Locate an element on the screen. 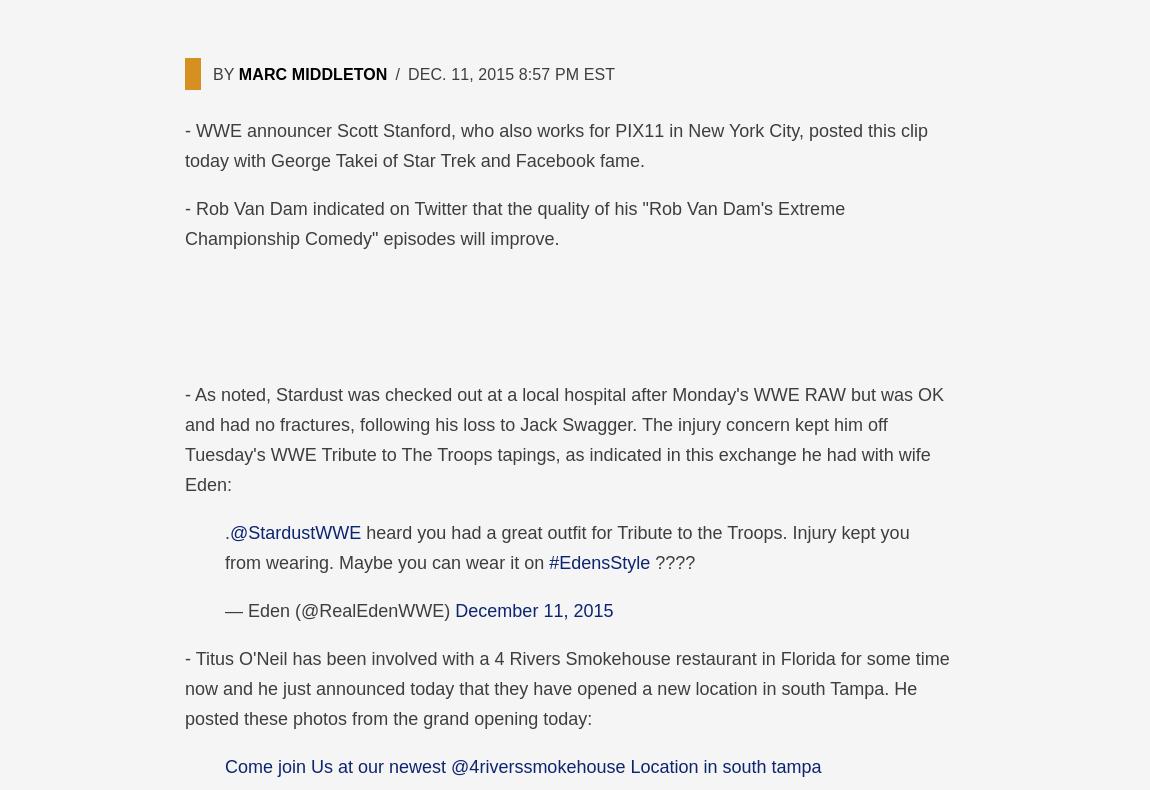  'December 11, 2015' is located at coordinates (533, 610).